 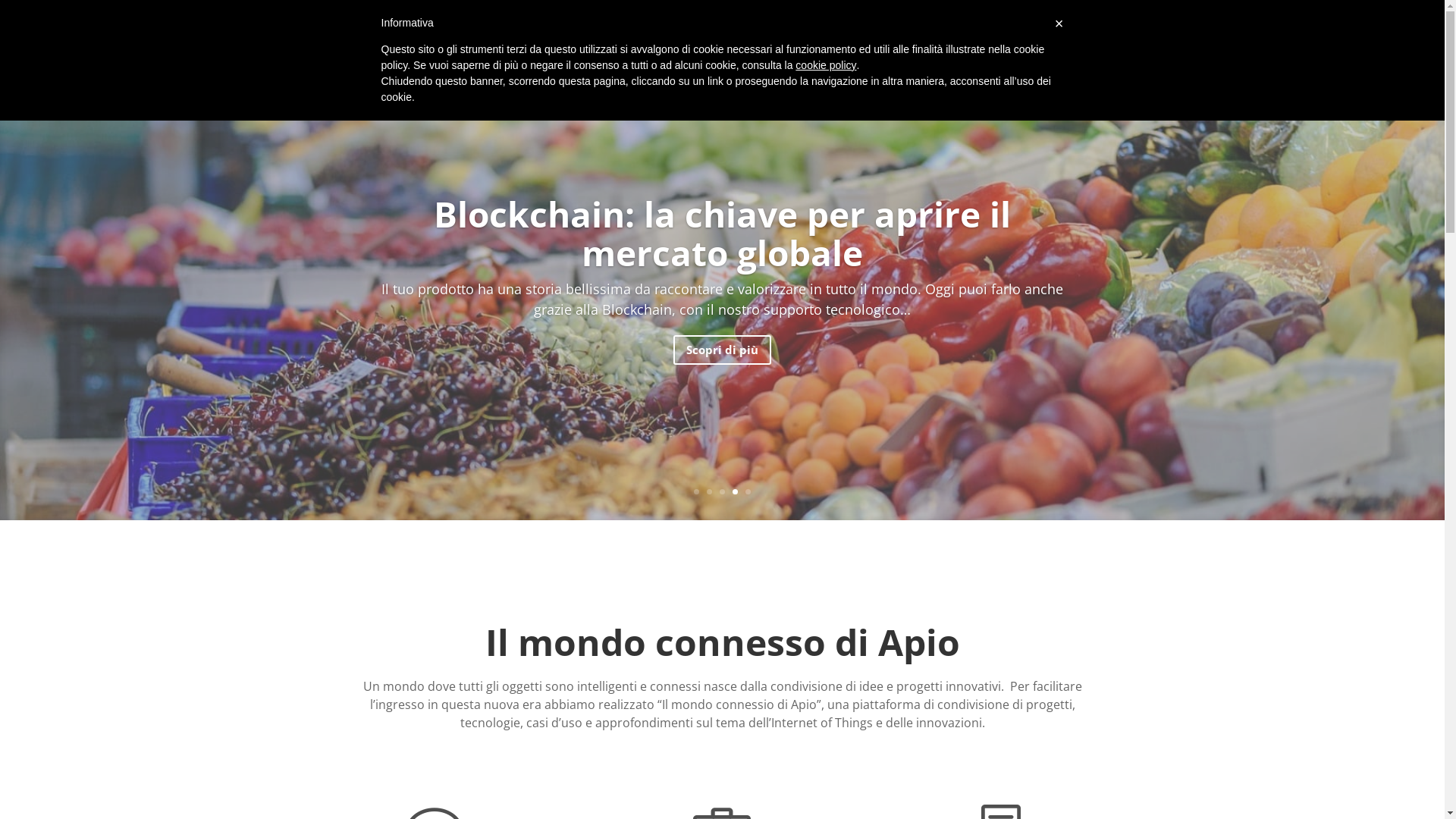 What do you see at coordinates (825, 64) in the screenshot?
I see `'cookie policy'` at bounding box center [825, 64].